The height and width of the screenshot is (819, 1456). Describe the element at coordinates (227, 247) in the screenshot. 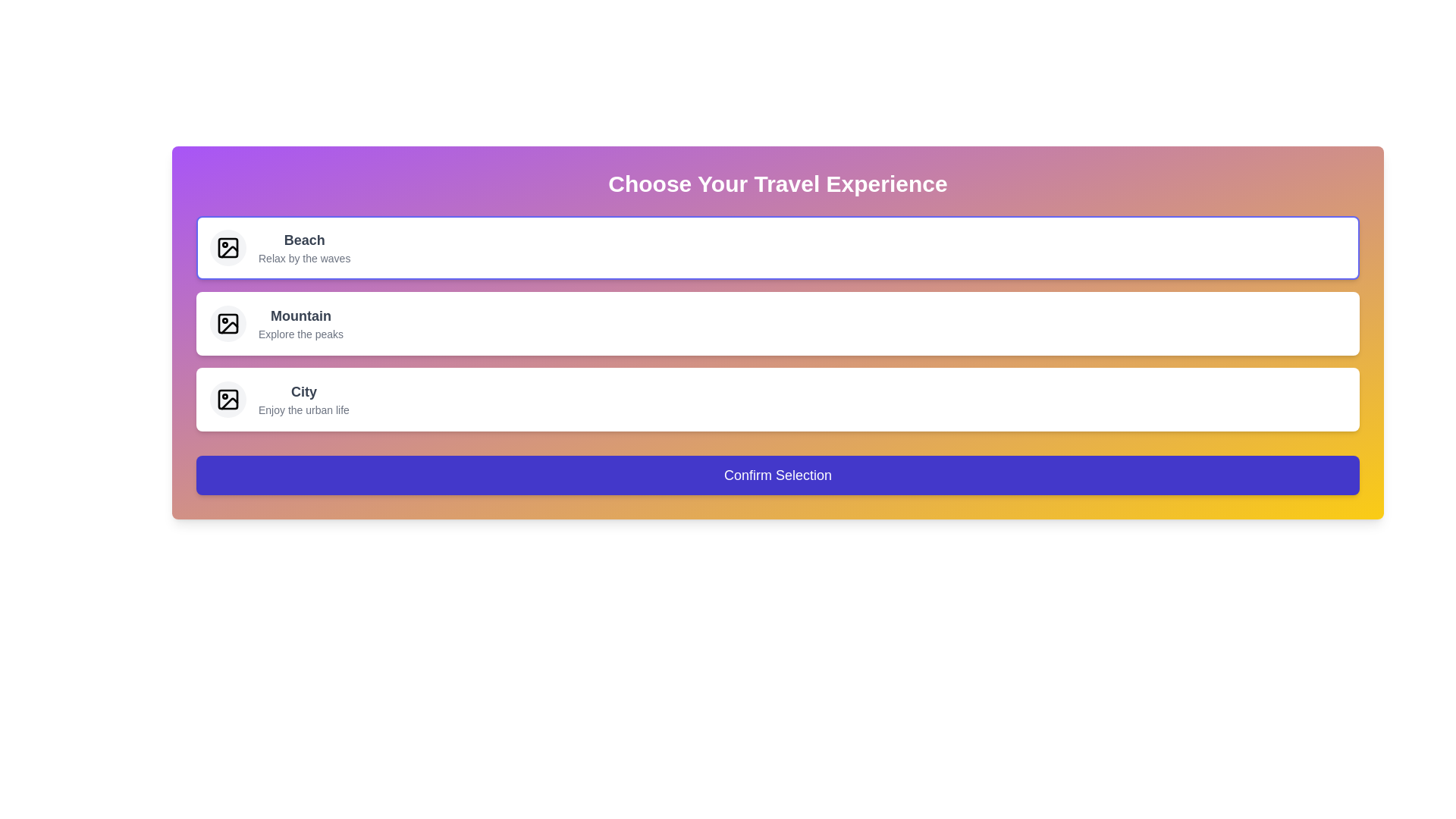

I see `the decorative icon representing the 'Beach' travel experience option, which is positioned to the left of the text 'Beach - Relax by the waves'` at that location.